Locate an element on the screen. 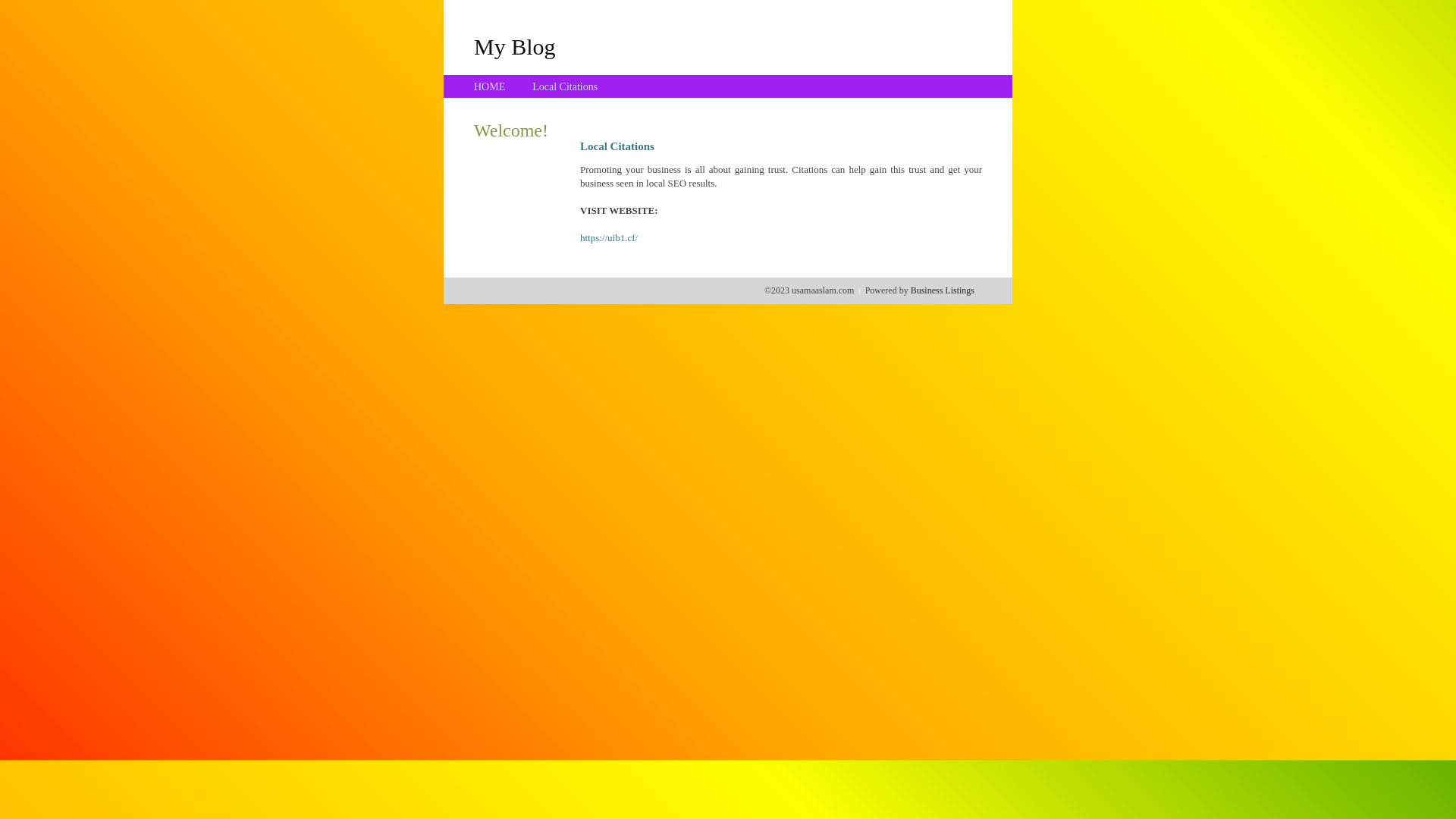  'HOME' is located at coordinates (489, 86).